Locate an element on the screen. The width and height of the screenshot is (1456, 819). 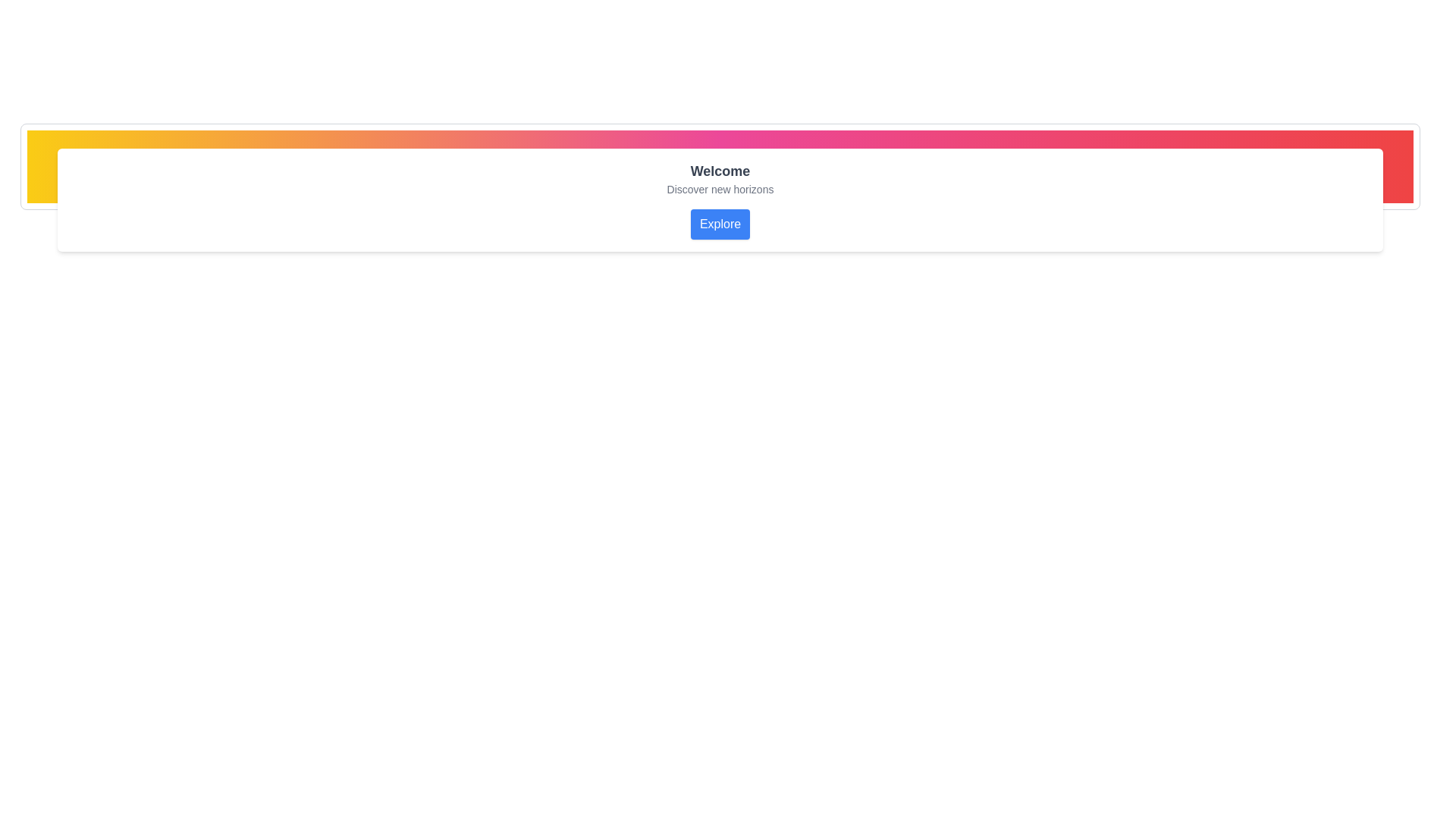
the static text component that provides a descriptive or motivational subtitle, located centrally beneath the 'Welcome' header and above the 'Explore' button is located at coordinates (720, 189).